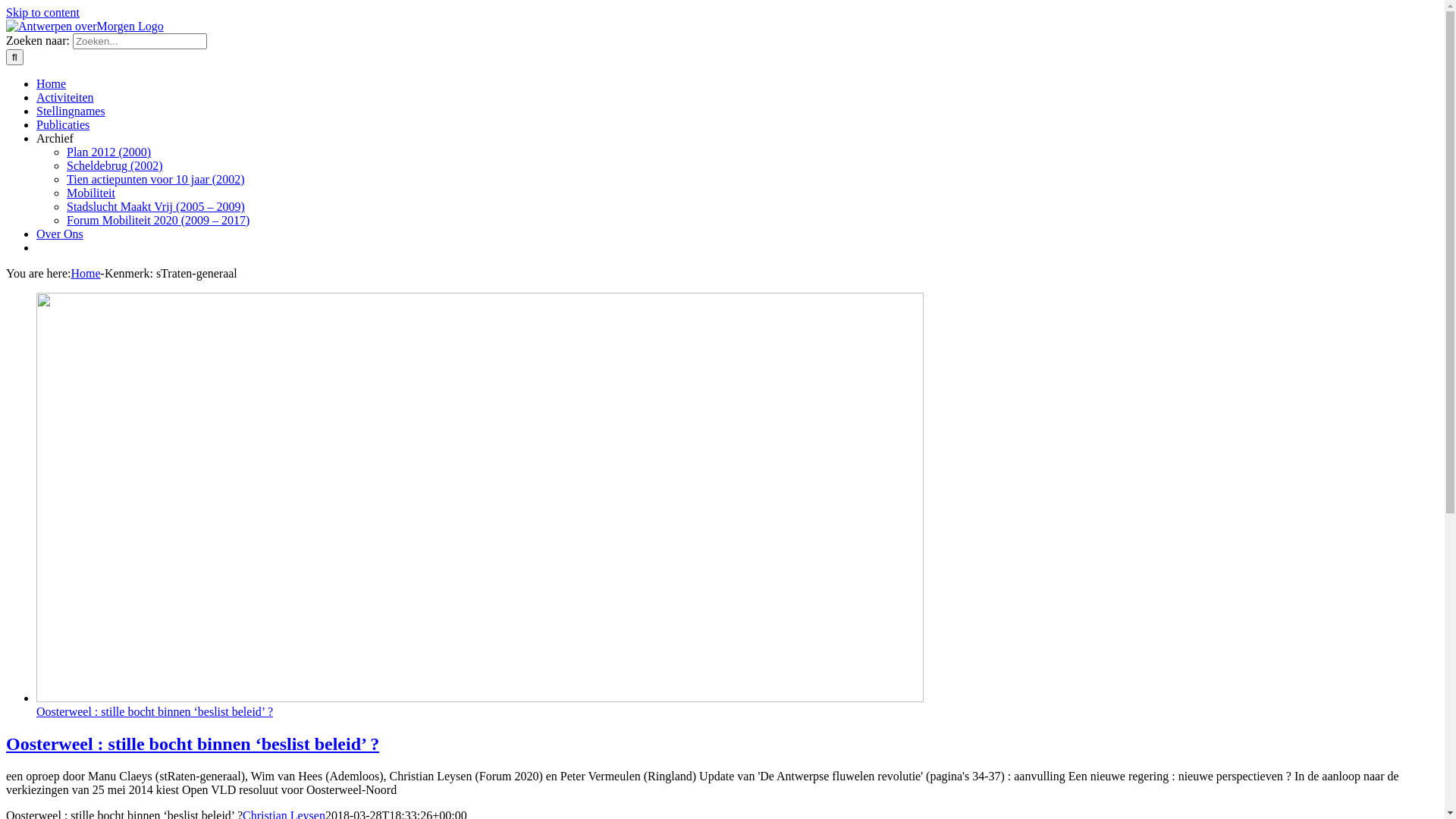 Image resolution: width=1456 pixels, height=819 pixels. I want to click on 'Plan 2012 (2000)', so click(108, 152).